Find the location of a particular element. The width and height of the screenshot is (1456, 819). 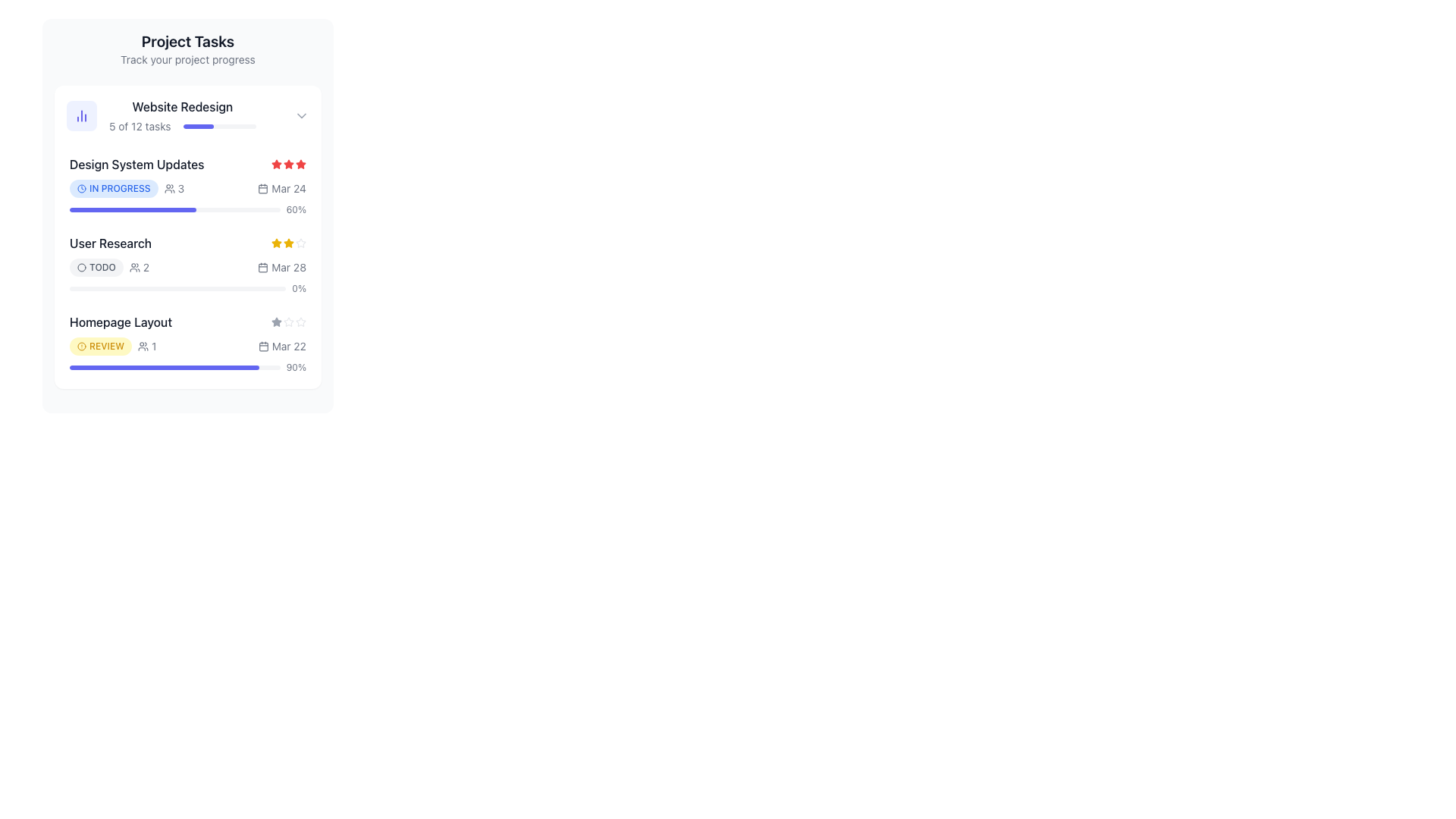

text from the Status label indicating the ongoing task status located in the 'Design System Updates' section, positioned left and below the task title, adjacent to the numeric value '3' is located at coordinates (113, 188).